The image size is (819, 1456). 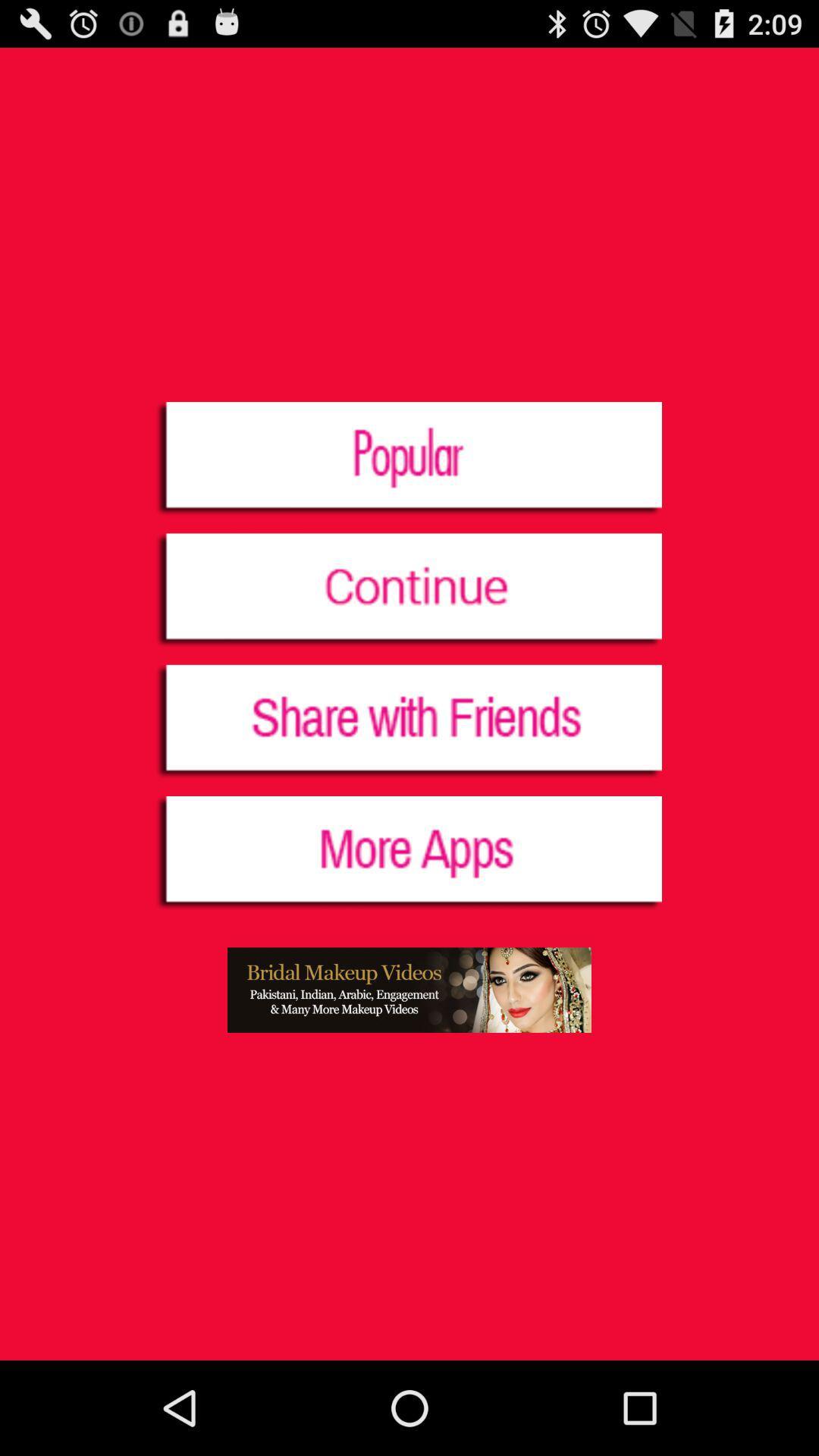 What do you see at coordinates (408, 721) in the screenshot?
I see `share with friends` at bounding box center [408, 721].